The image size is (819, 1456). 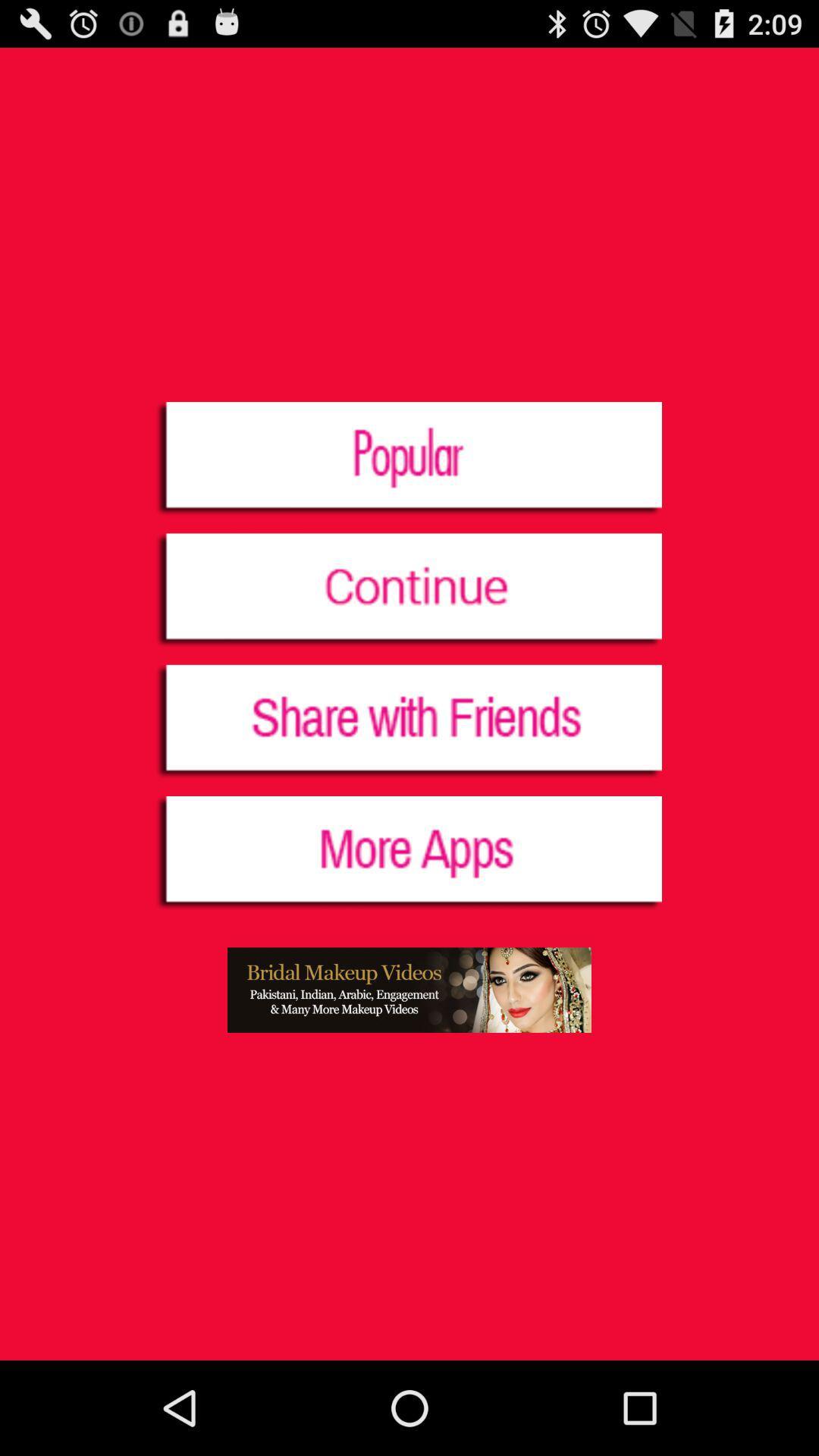 What do you see at coordinates (408, 721) in the screenshot?
I see `share with friends` at bounding box center [408, 721].